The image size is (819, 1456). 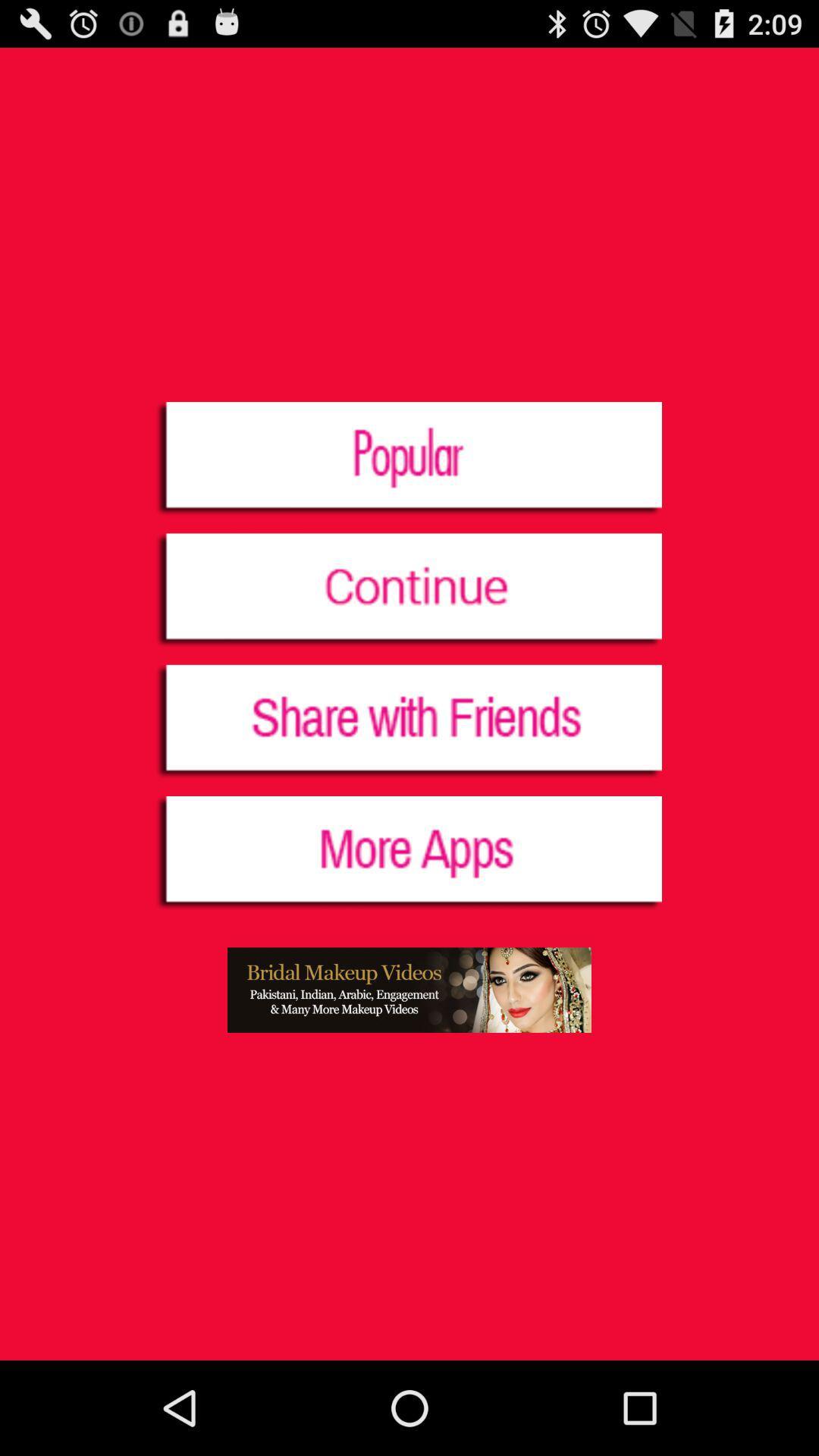 What do you see at coordinates (408, 721) in the screenshot?
I see `share with friends` at bounding box center [408, 721].